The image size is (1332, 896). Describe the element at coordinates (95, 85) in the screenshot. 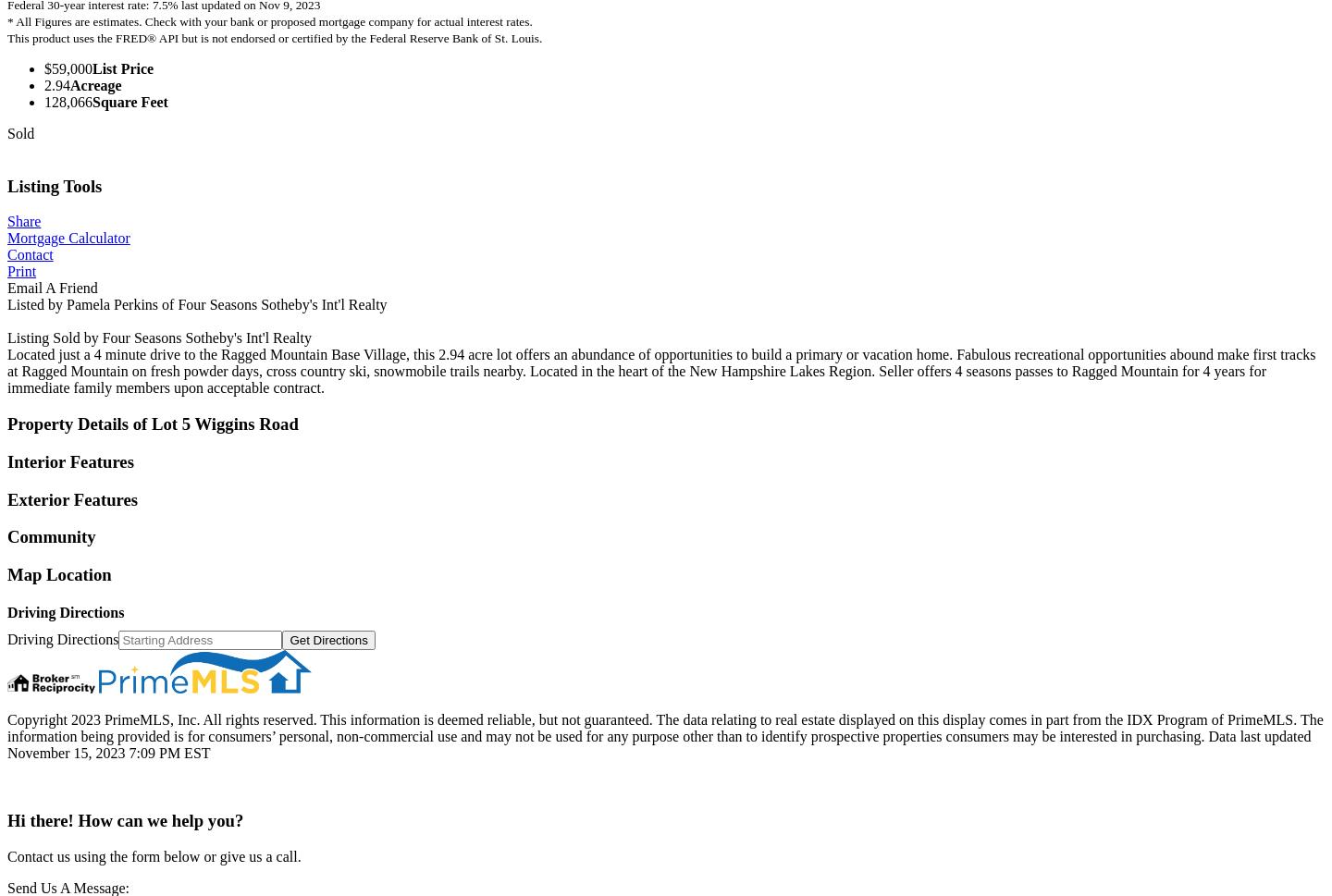

I see `'Acreage'` at that location.